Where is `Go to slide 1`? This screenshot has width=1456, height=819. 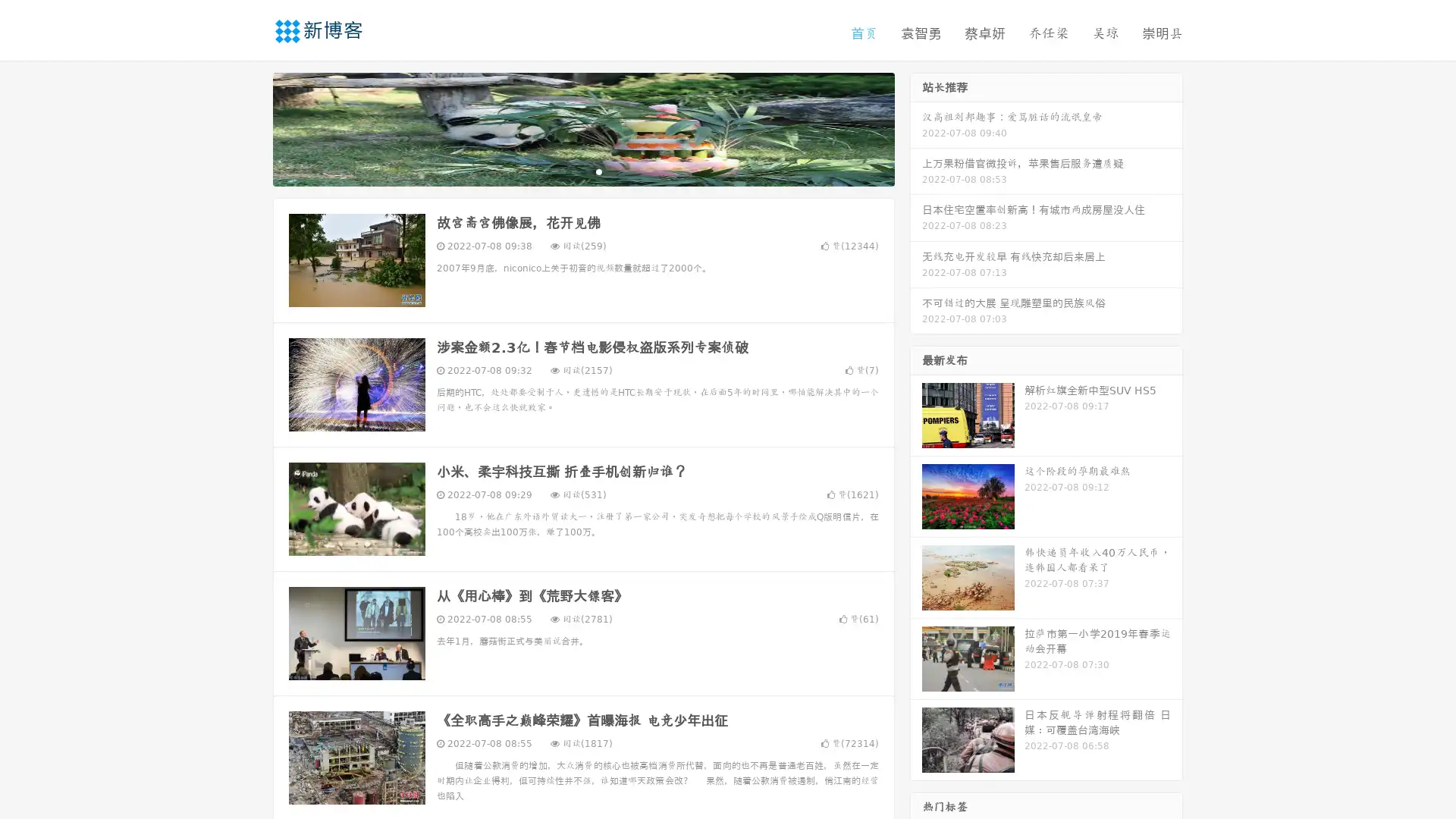
Go to slide 1 is located at coordinates (567, 171).